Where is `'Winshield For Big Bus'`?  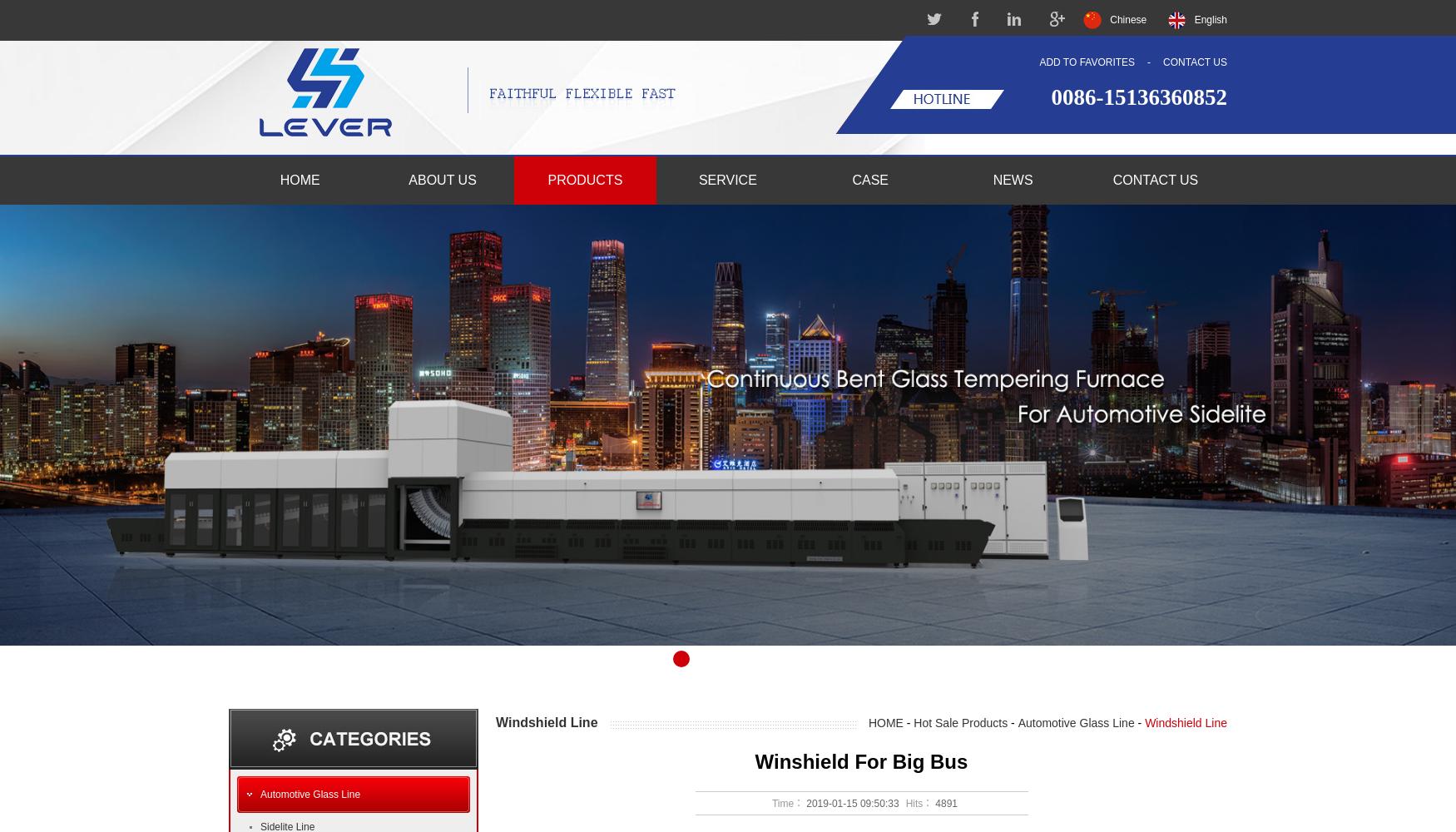
'Winshield For Big Bus' is located at coordinates (859, 761).